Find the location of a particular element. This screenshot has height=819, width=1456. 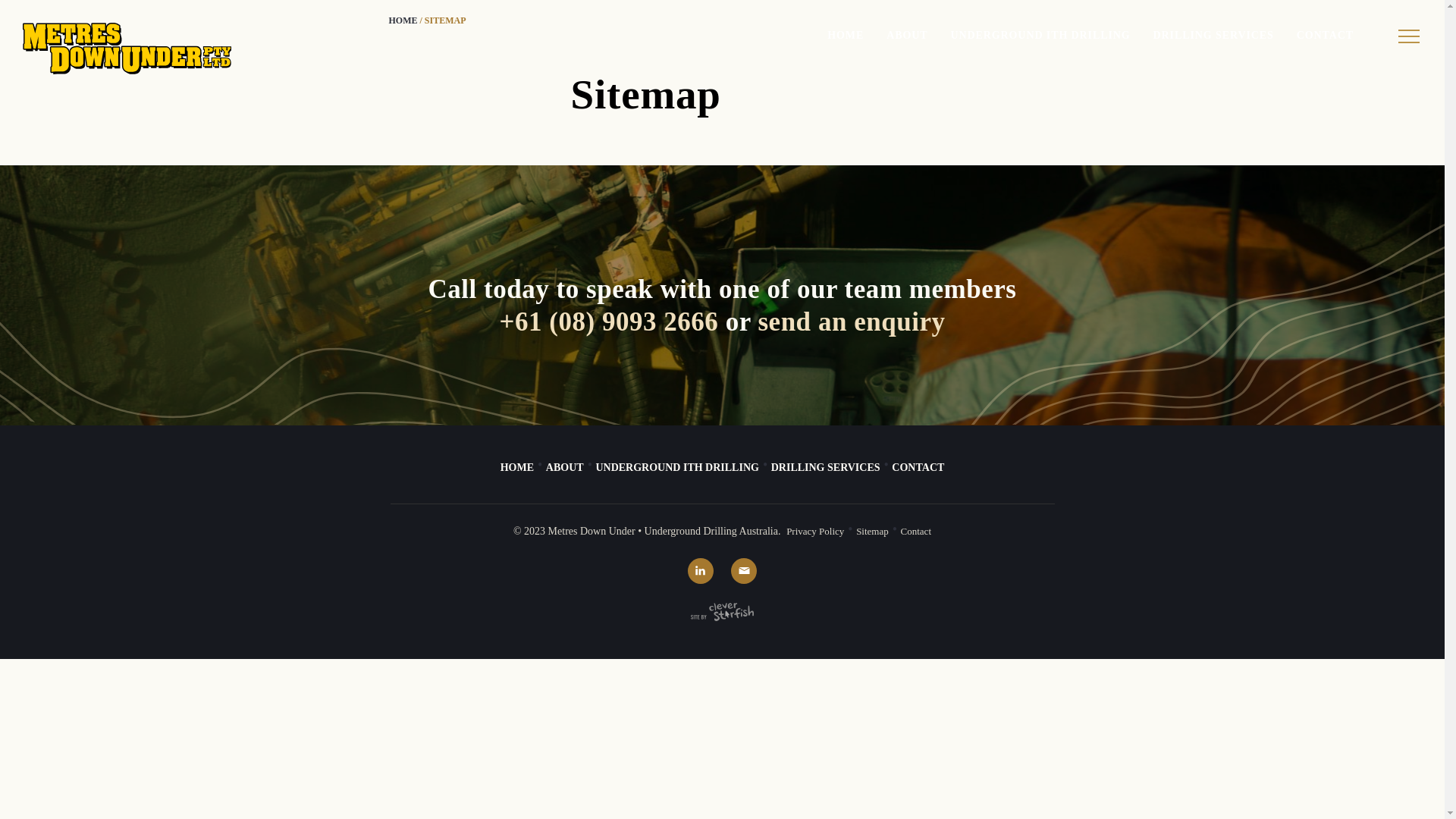

'+61 (08) 9093 2666' is located at coordinates (608, 321).